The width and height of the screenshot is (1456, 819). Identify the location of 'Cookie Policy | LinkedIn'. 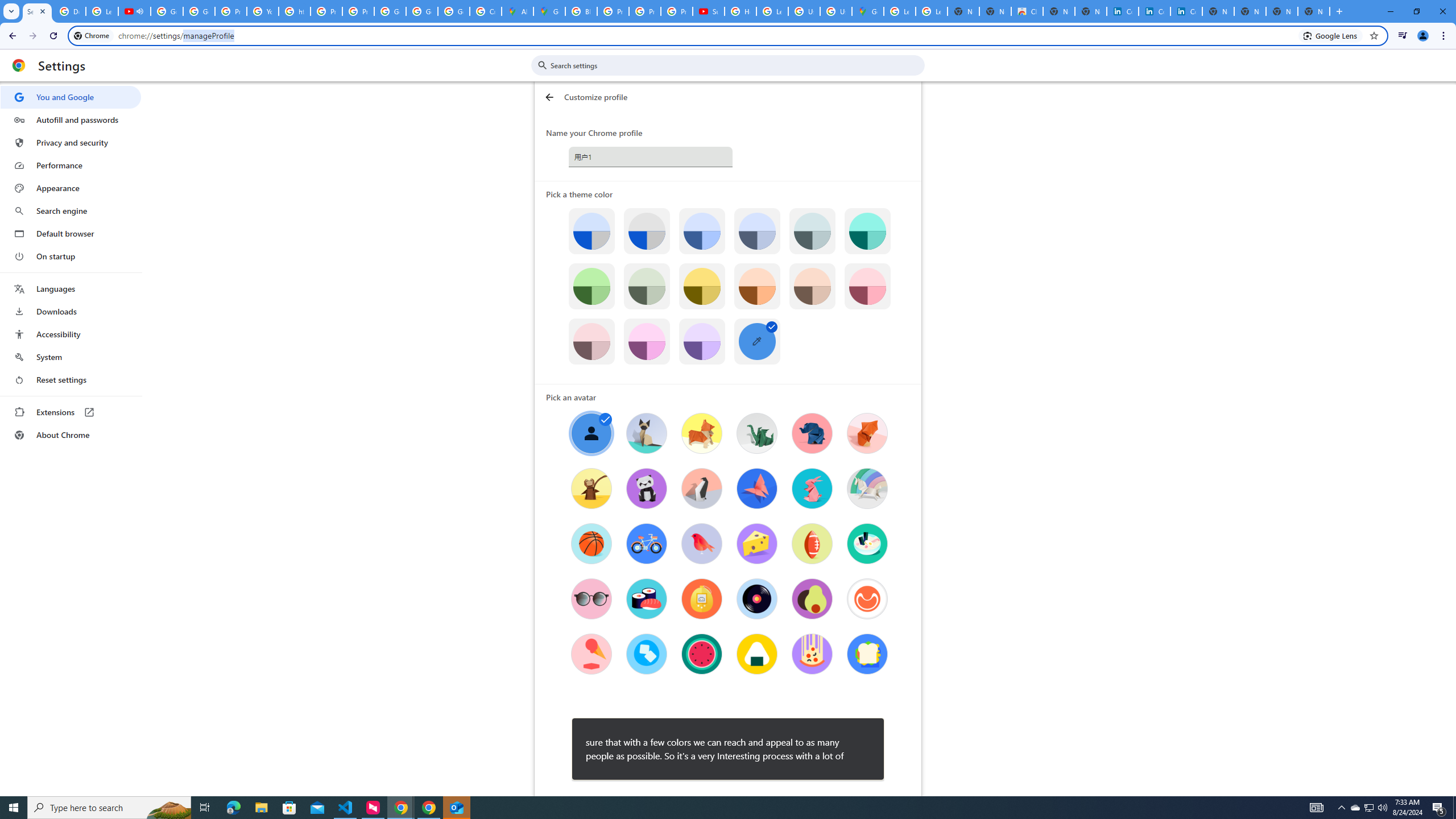
(1155, 11).